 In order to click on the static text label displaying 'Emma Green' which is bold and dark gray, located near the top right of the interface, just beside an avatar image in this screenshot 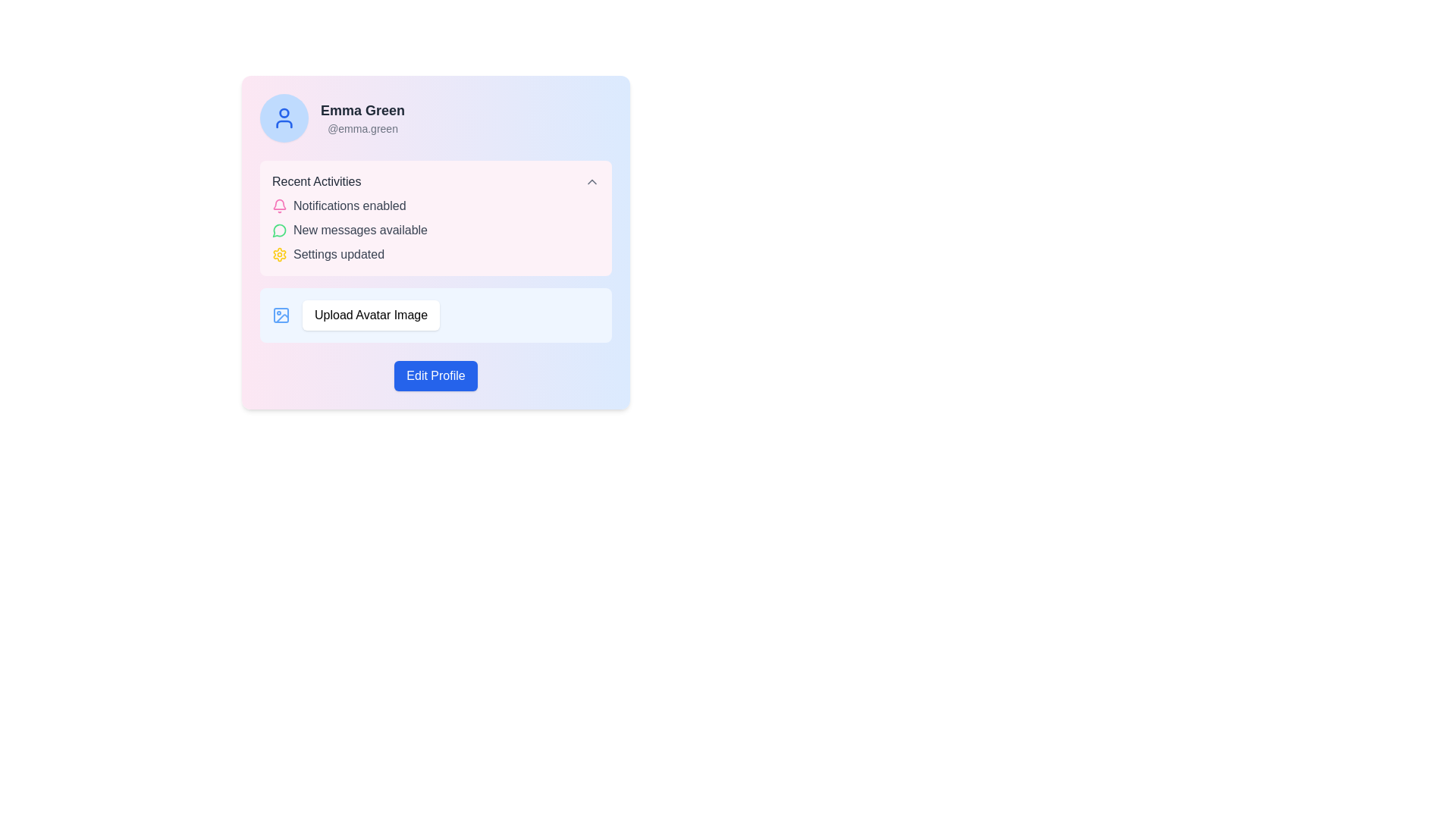, I will do `click(362, 110)`.